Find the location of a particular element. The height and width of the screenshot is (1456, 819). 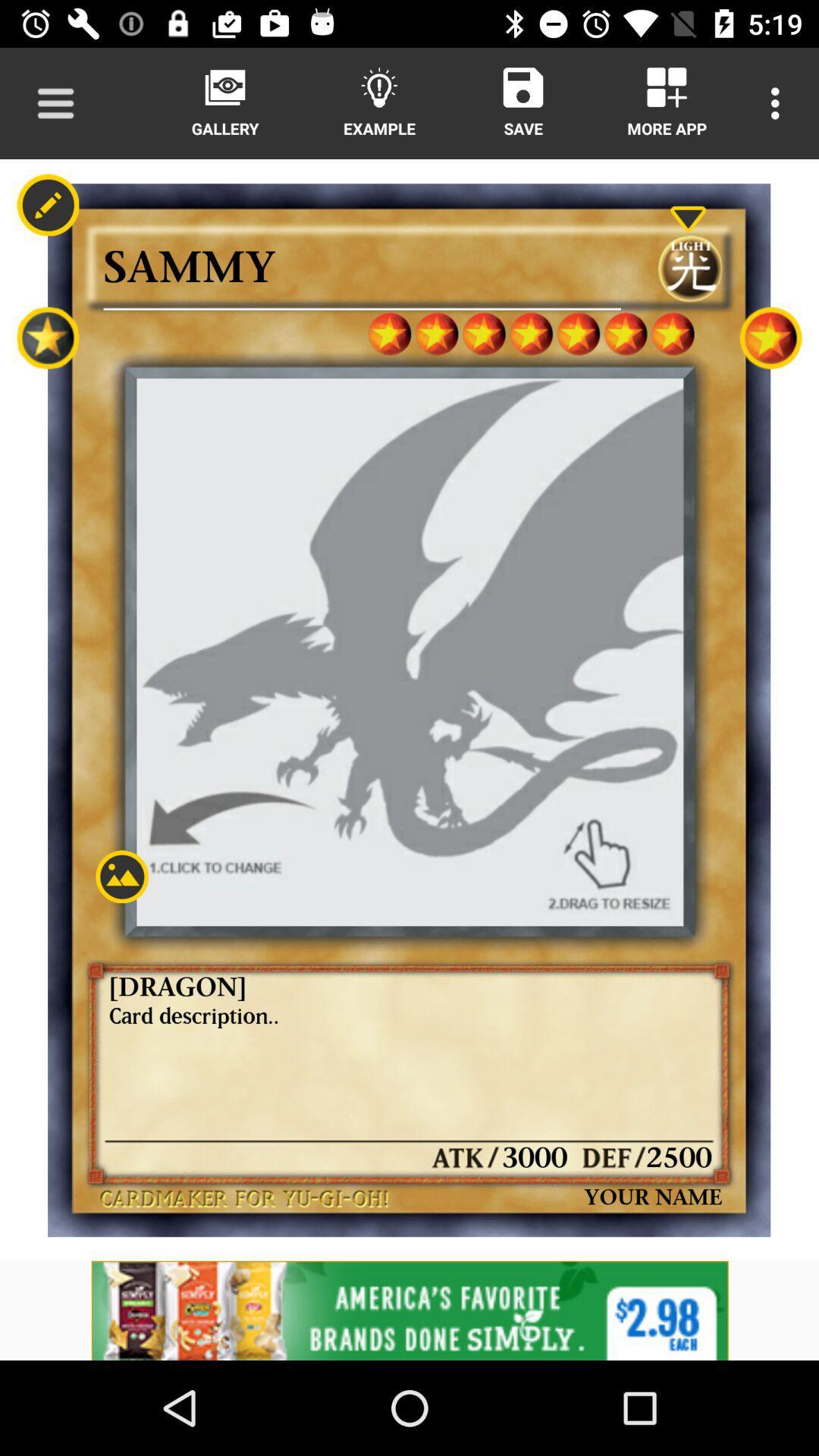

advertisement page is located at coordinates (409, 1310).